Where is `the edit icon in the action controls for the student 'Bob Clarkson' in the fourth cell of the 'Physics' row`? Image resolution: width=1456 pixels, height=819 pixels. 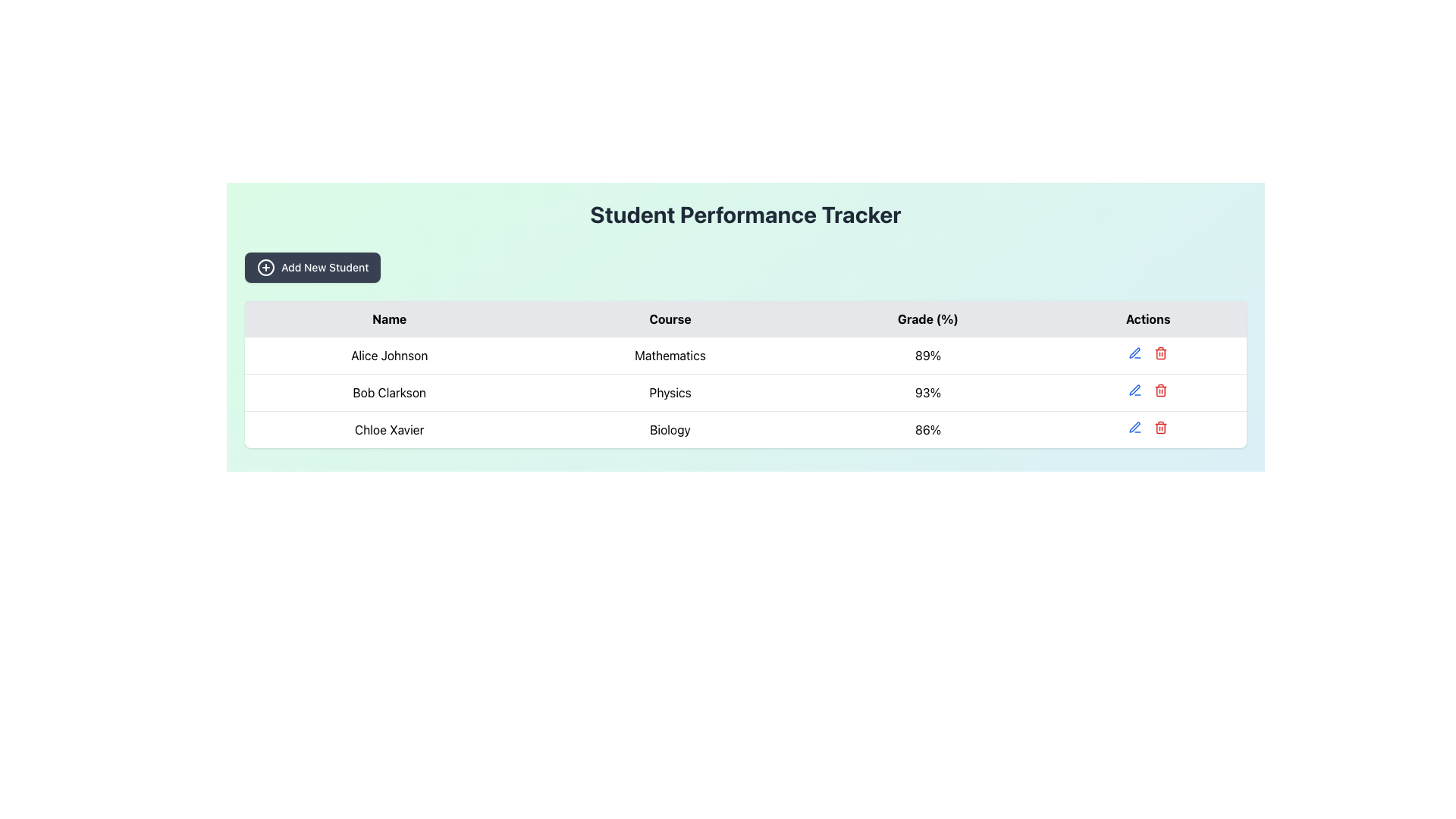 the edit icon in the action controls for the student 'Bob Clarkson' in the fourth cell of the 'Physics' row is located at coordinates (1147, 391).